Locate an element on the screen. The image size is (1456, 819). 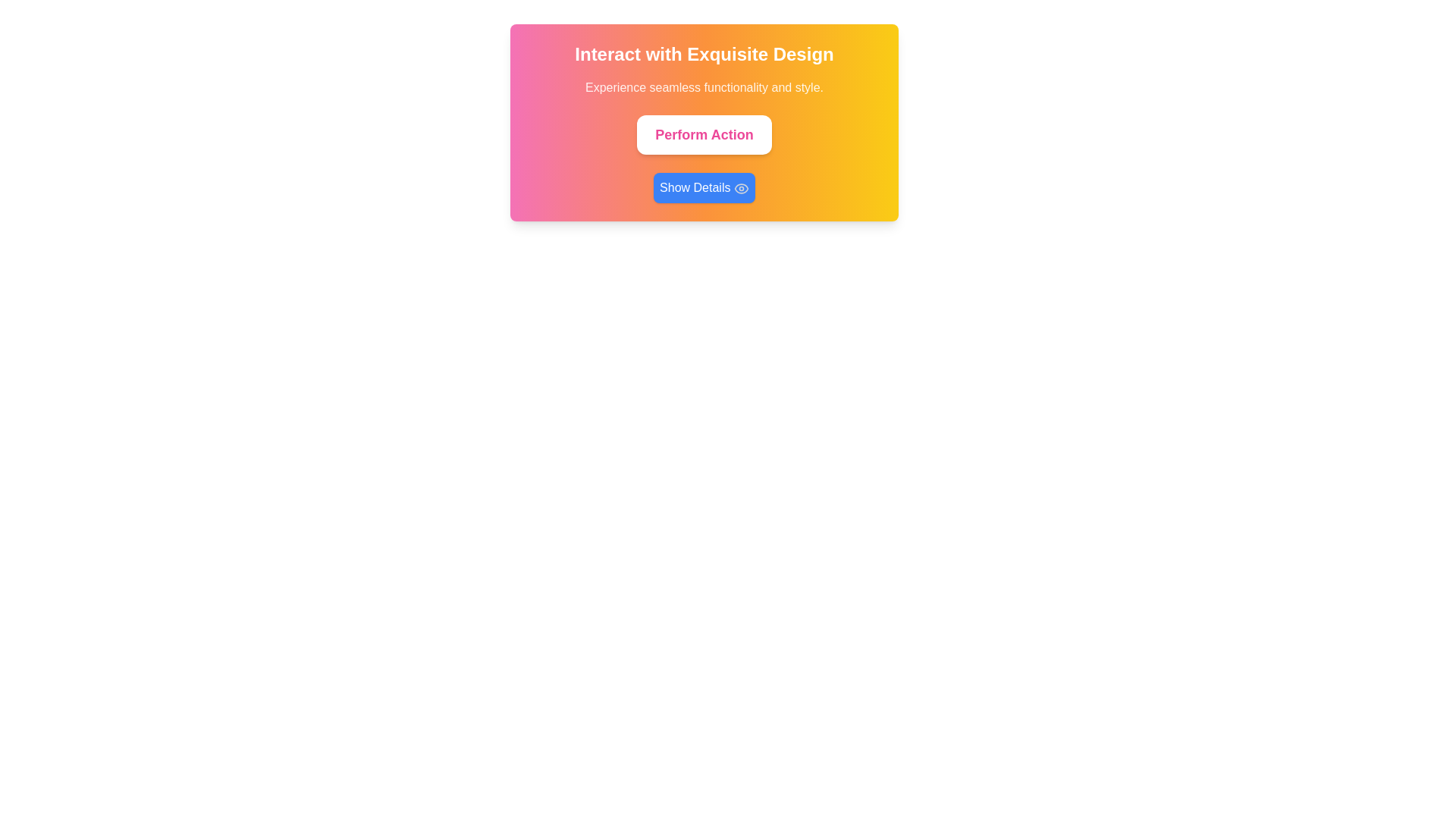
the icon located at the top-right corner of the 'Show Details' button, which is blue with rounded corners is located at coordinates (741, 187).